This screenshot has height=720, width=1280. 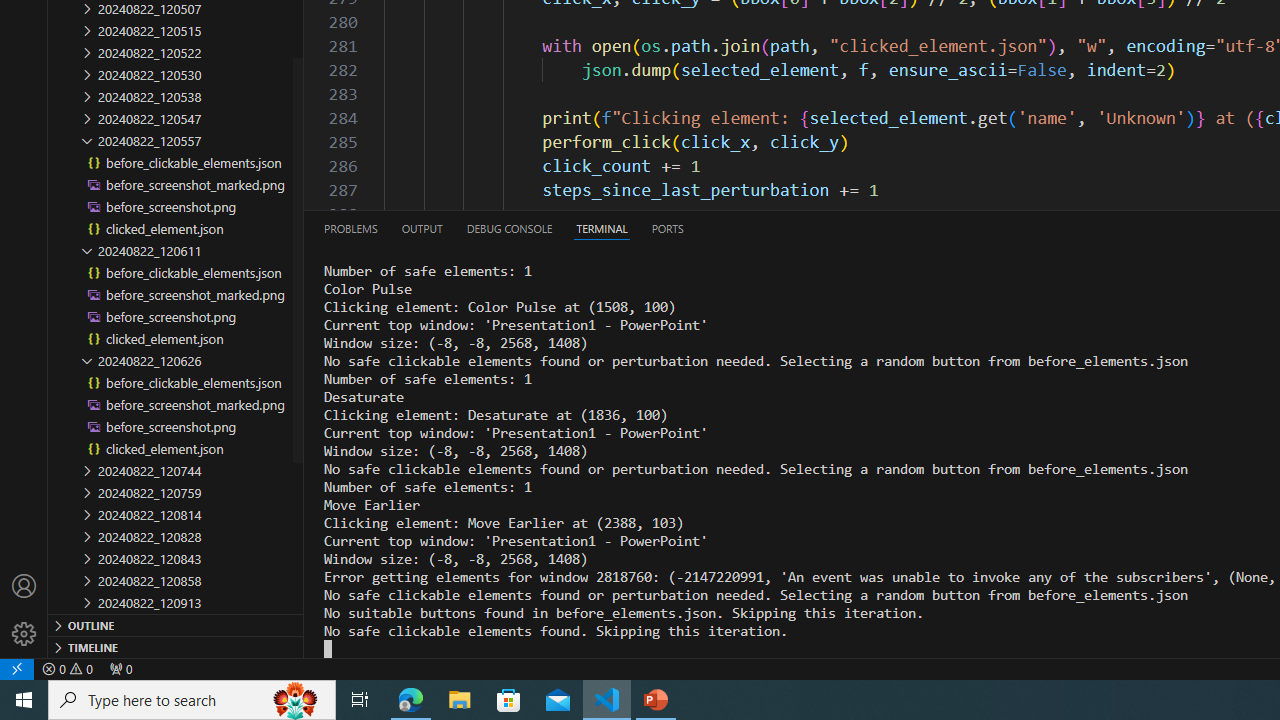 What do you see at coordinates (667, 227) in the screenshot?
I see `'Ports'` at bounding box center [667, 227].